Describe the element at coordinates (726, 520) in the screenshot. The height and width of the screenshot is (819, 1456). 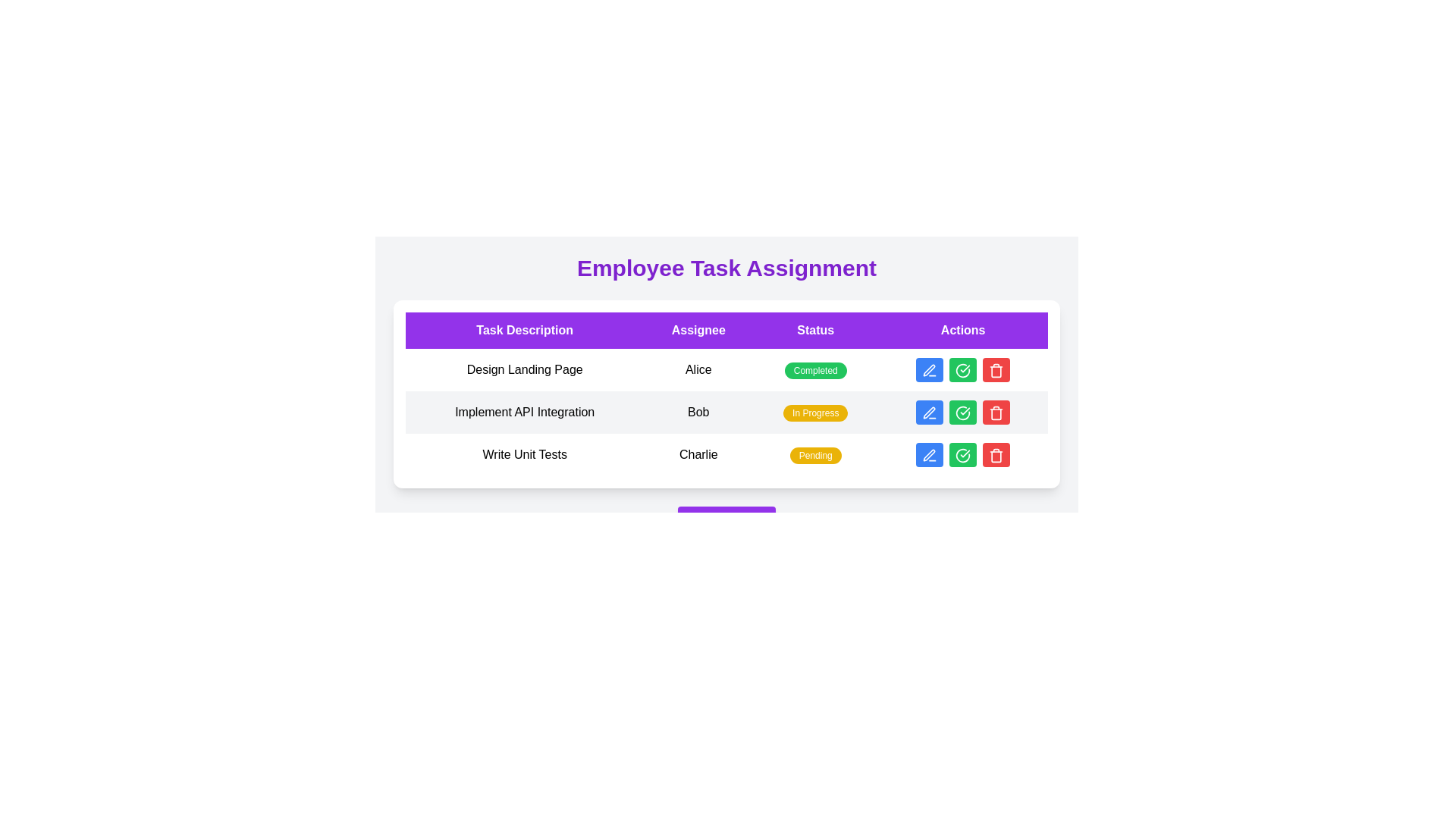
I see `the 'Add Task' button located at the bottom center of the interface` at that location.